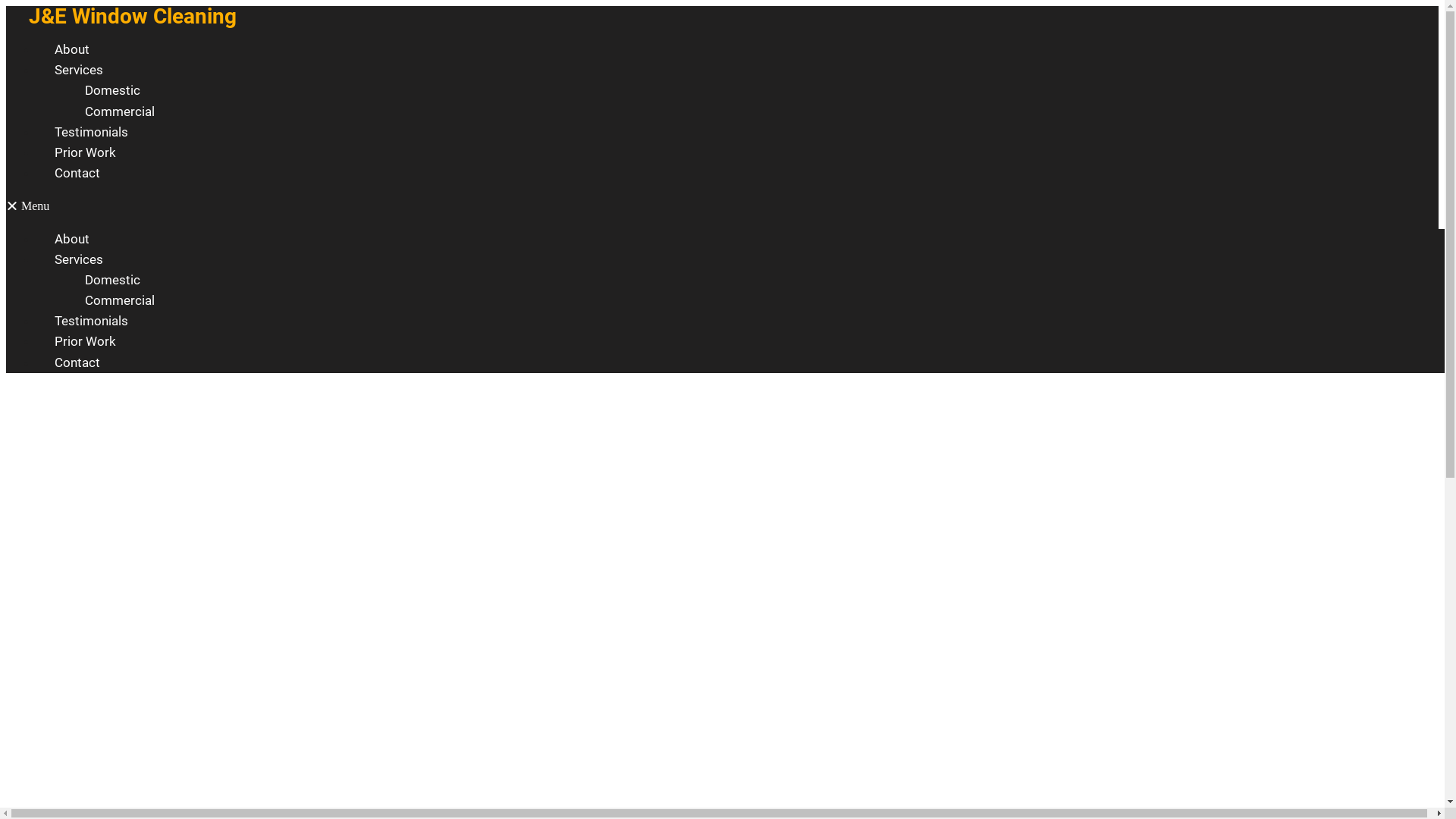 This screenshot has width=1456, height=819. Describe the element at coordinates (491, 507) in the screenshot. I see `'0426 605 655'` at that location.